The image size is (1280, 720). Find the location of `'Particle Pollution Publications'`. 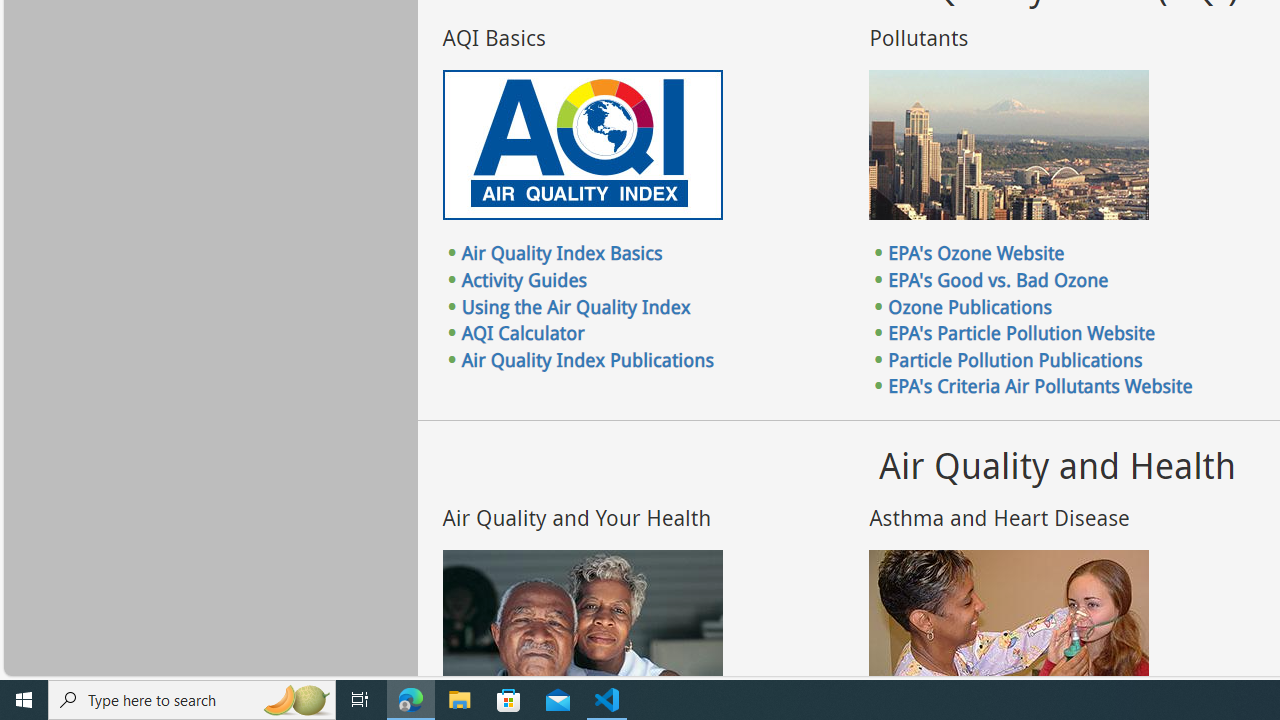

'Particle Pollution Publications' is located at coordinates (1015, 358).